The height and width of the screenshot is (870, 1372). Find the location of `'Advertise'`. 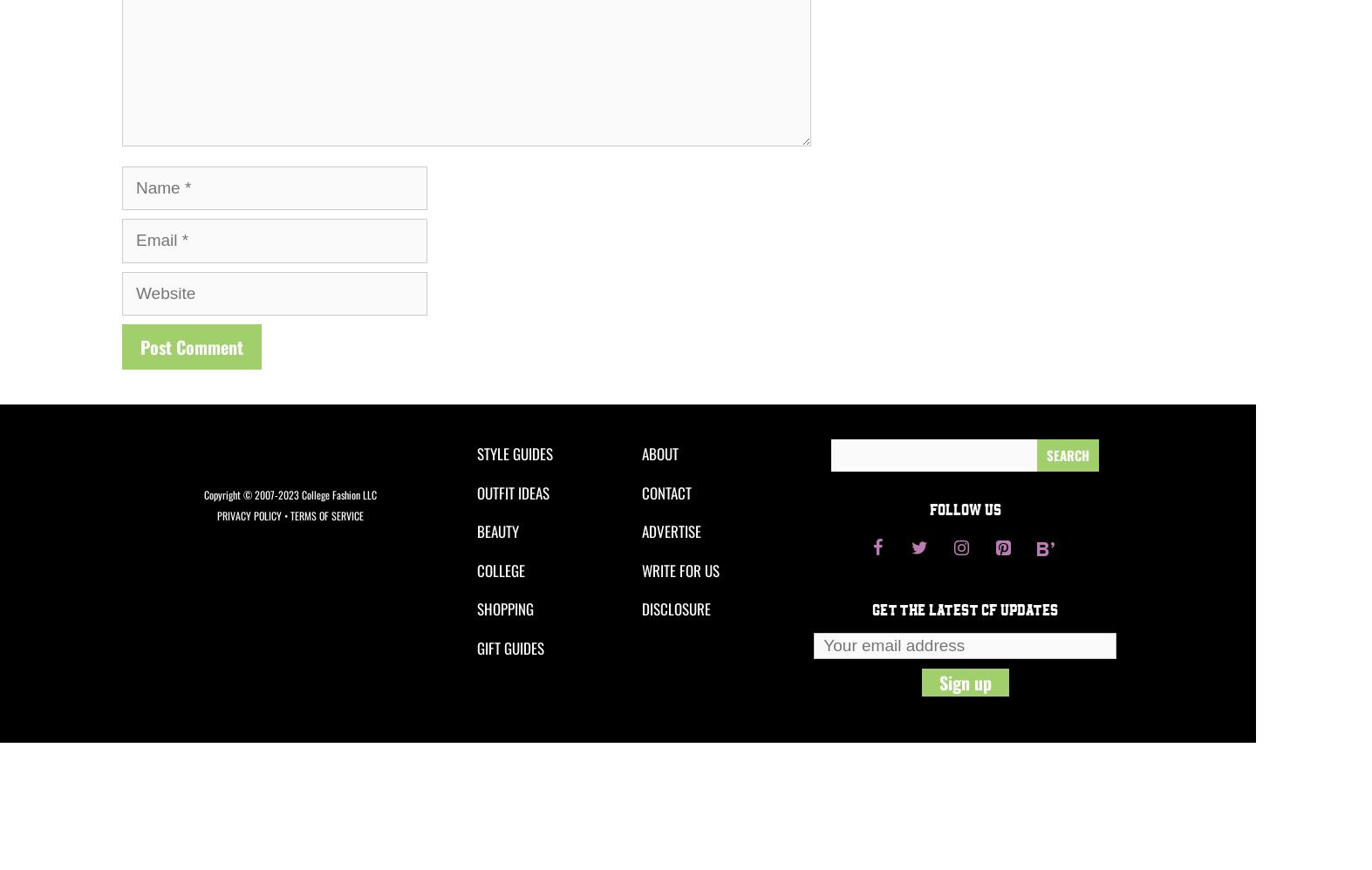

'Advertise' is located at coordinates (670, 531).